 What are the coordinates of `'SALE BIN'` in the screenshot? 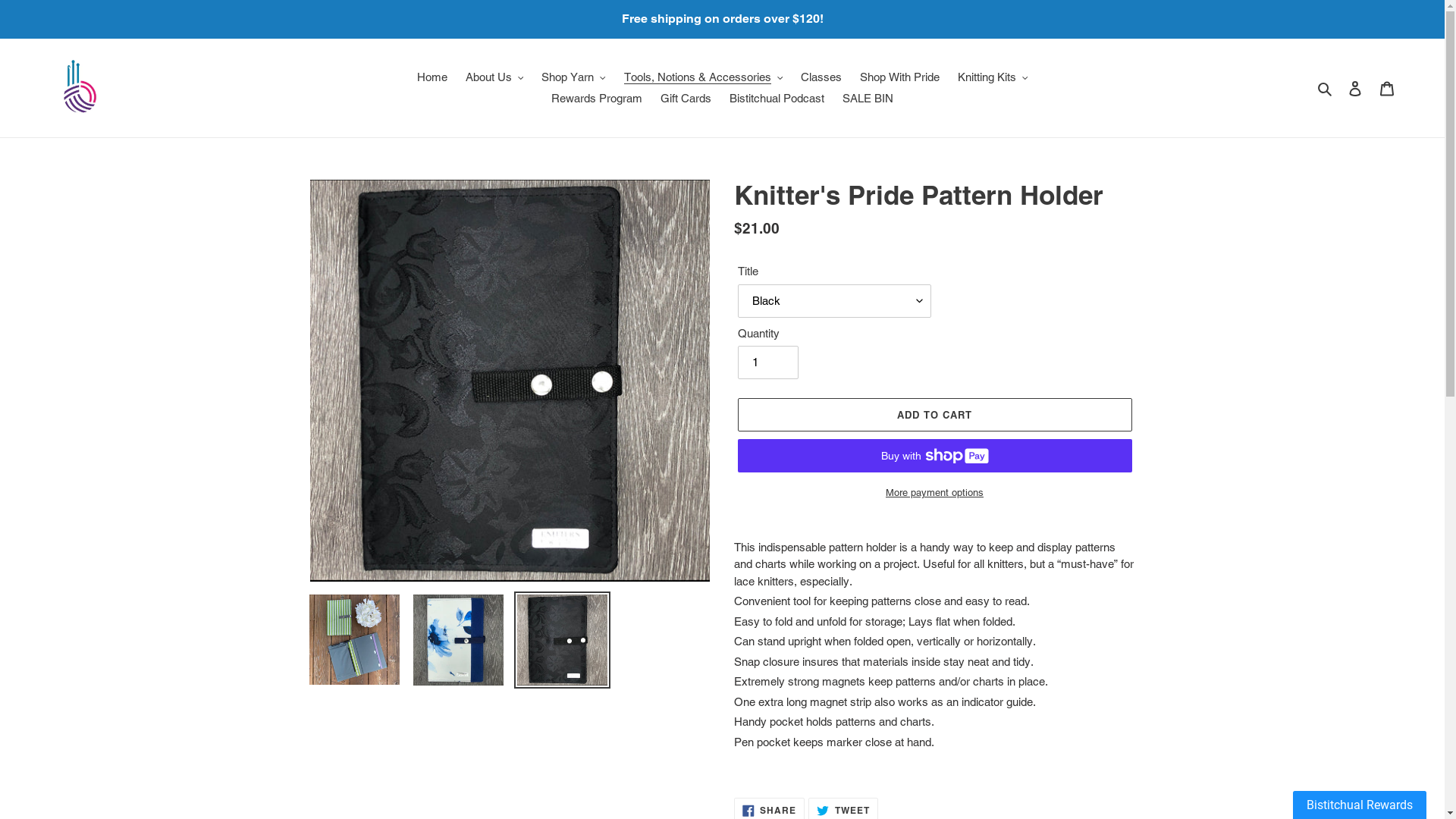 It's located at (868, 99).